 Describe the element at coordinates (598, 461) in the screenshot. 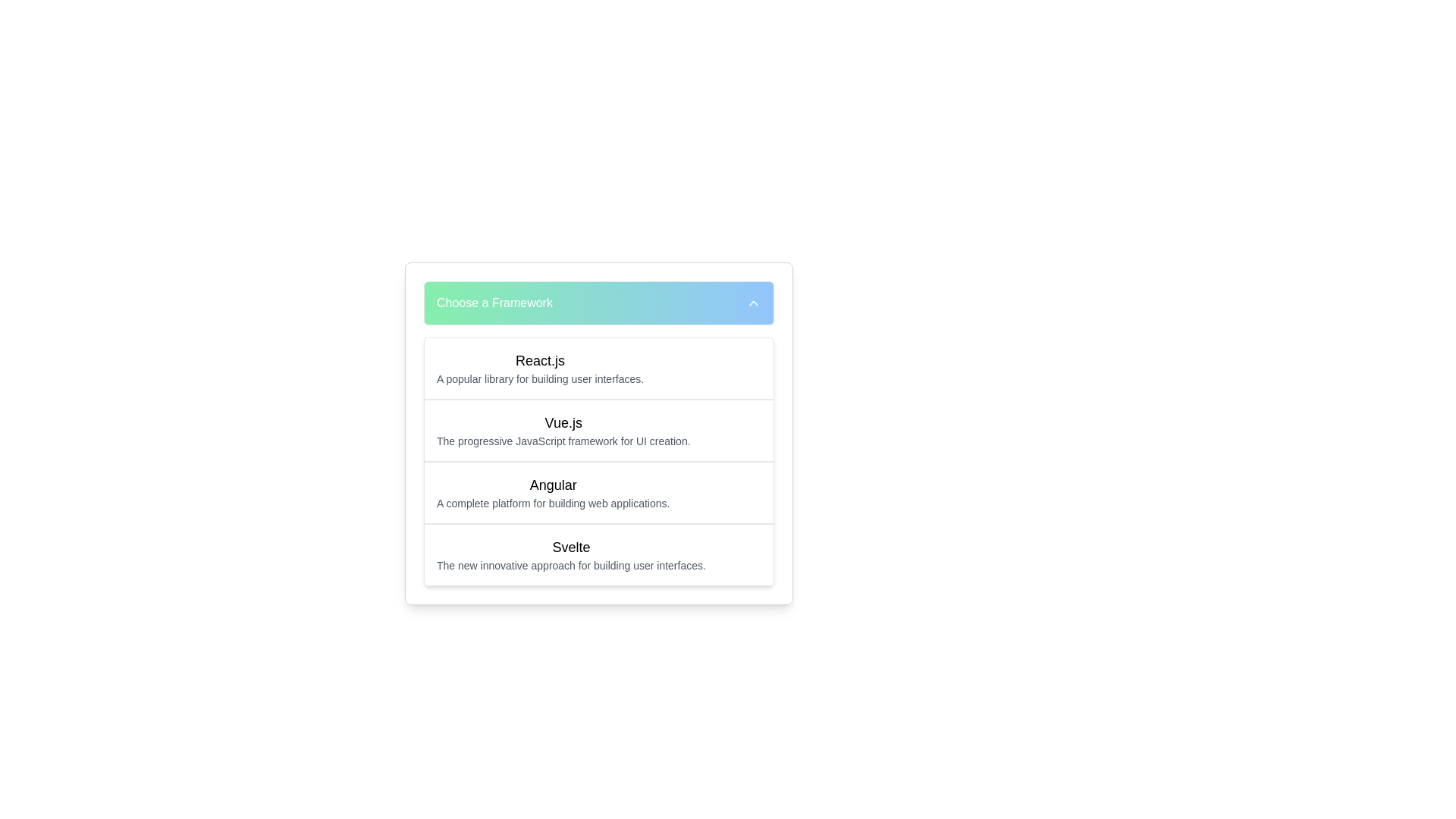

I see `to select the 'Vue.js' option from the list of JavaScript frameworks, which is styled with a white background and rounded borders, located just below the 'Choose a Framework' title` at that location.